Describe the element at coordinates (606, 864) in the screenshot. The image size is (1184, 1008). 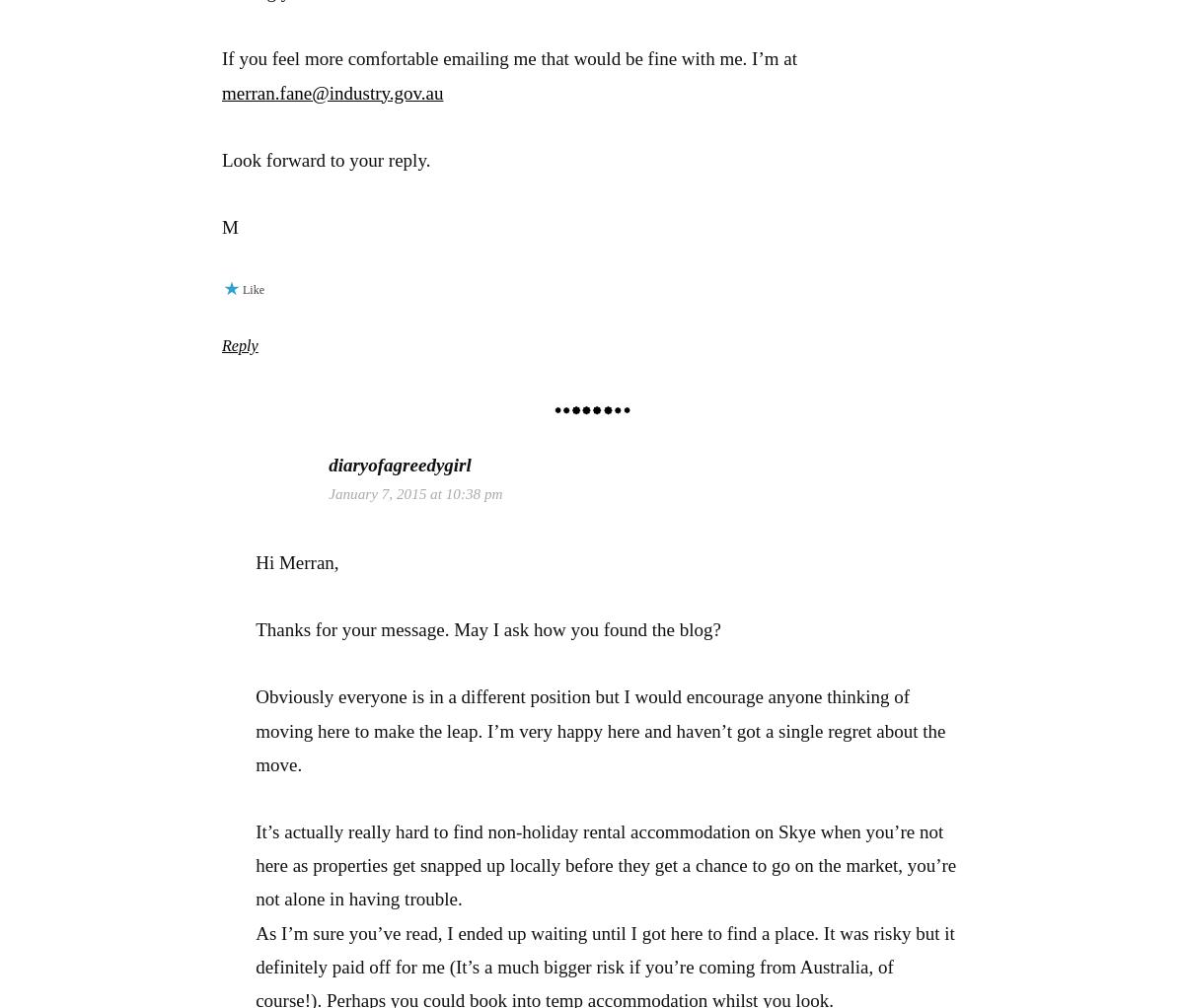
I see `'It’s actually really hard to find non-holiday rental accommodation on Skye when you’re not here as properties get snapped up locally before they get a chance to go on the market, you’re not alone in having trouble.'` at that location.